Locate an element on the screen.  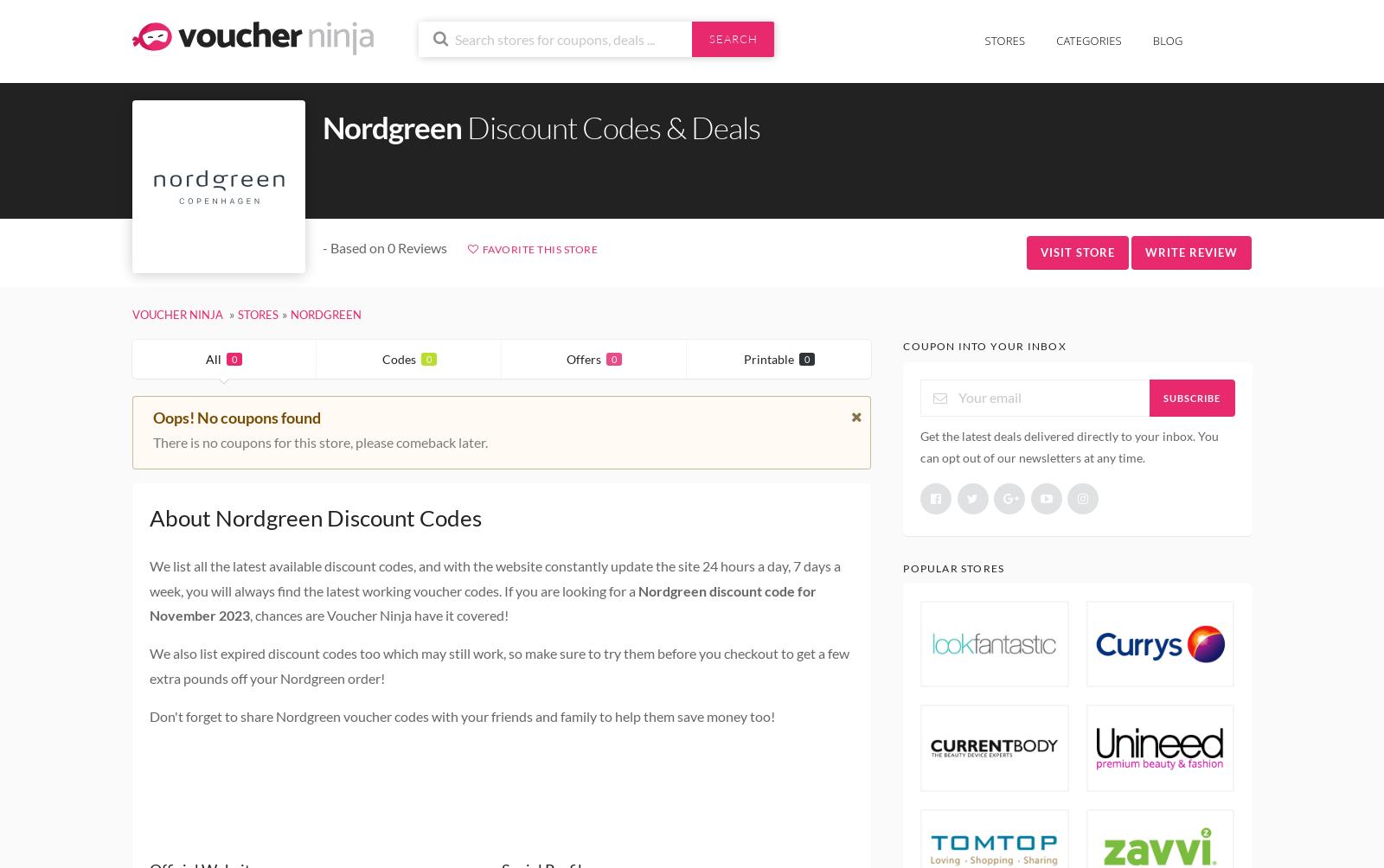
'Printable' is located at coordinates (767, 357).